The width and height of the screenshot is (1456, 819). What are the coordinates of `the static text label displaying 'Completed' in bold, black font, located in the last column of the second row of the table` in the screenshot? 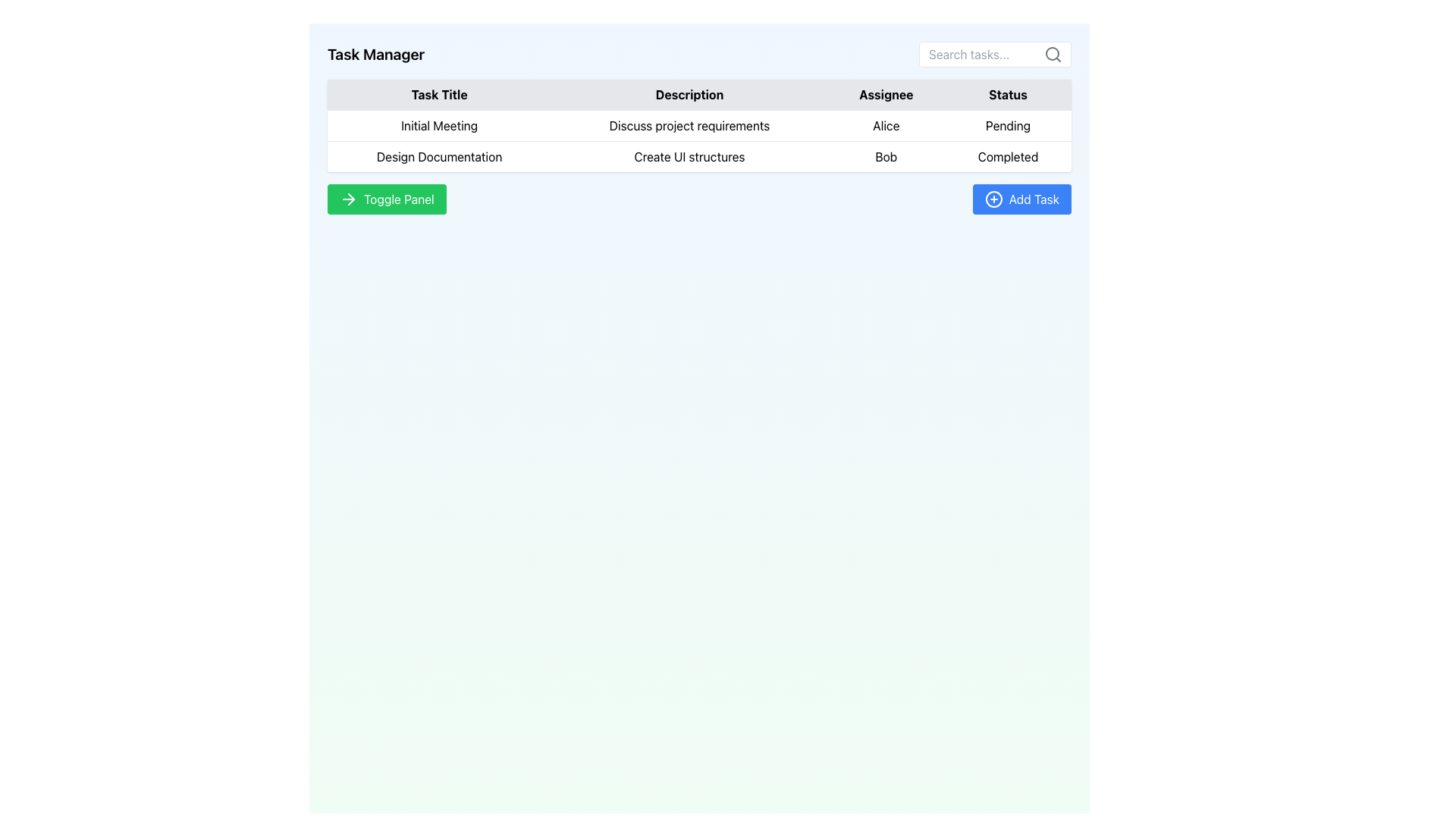 It's located at (1008, 156).